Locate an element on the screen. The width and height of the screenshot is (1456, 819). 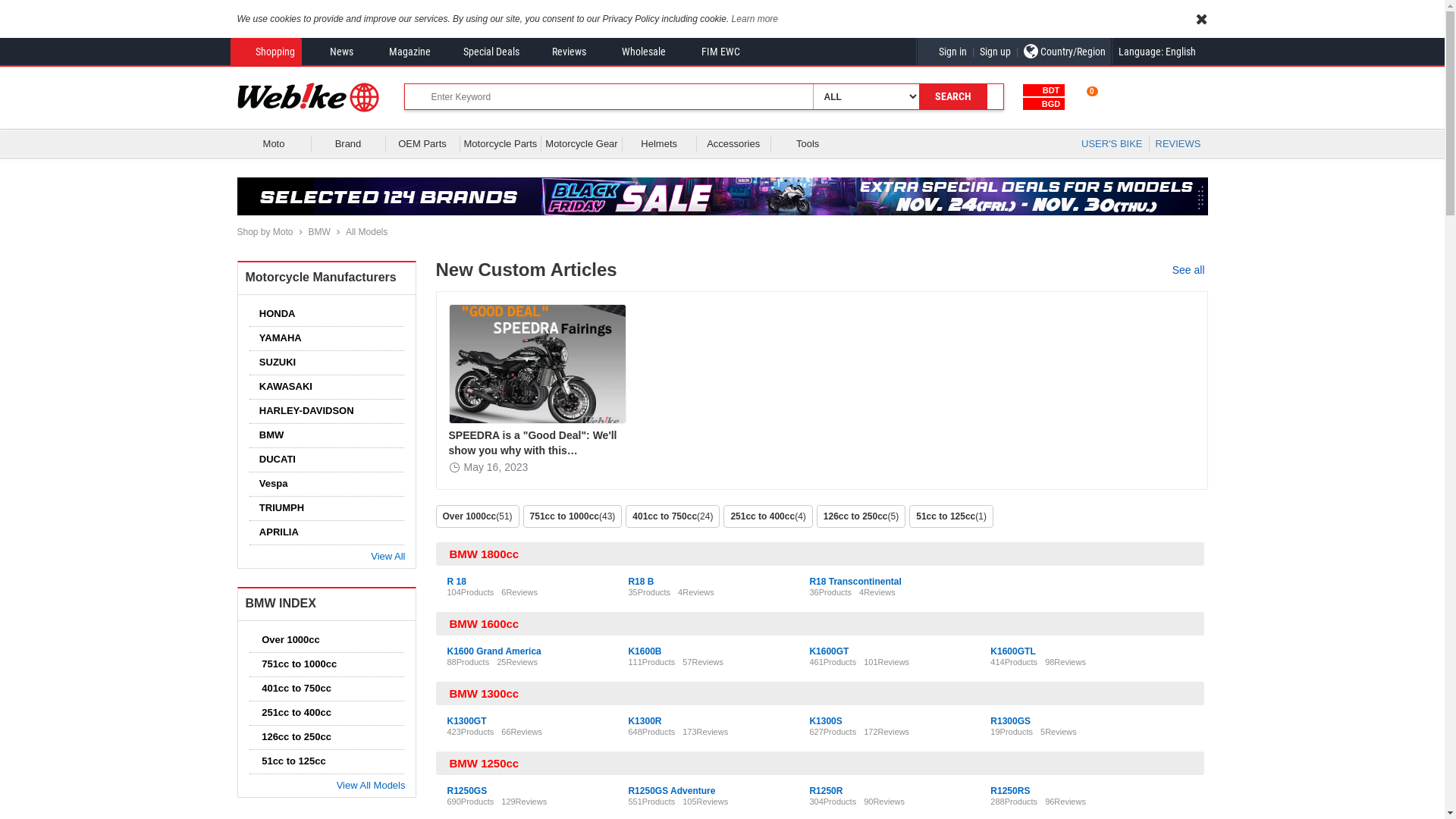
'Shop by Moto' is located at coordinates (236, 231).